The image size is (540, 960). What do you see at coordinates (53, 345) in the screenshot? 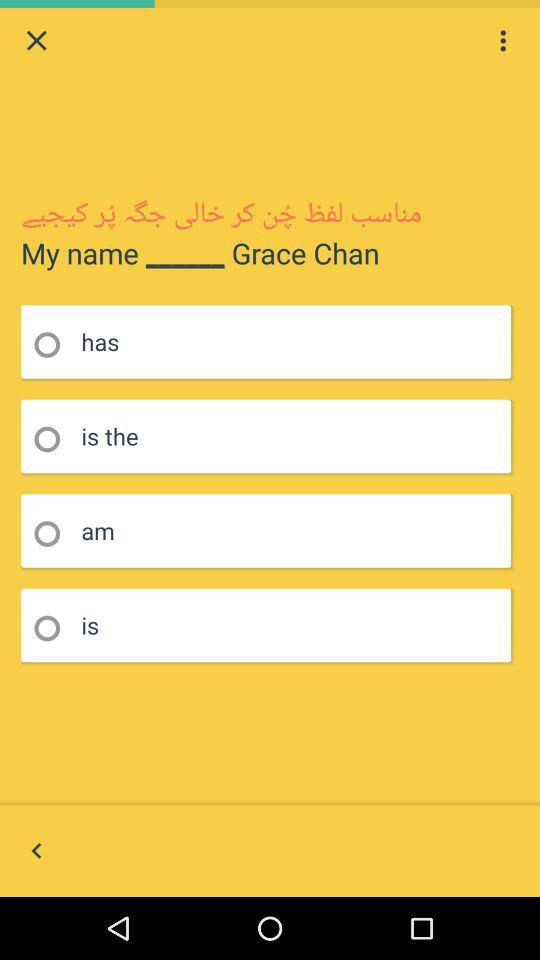
I see `click radio button` at bounding box center [53, 345].